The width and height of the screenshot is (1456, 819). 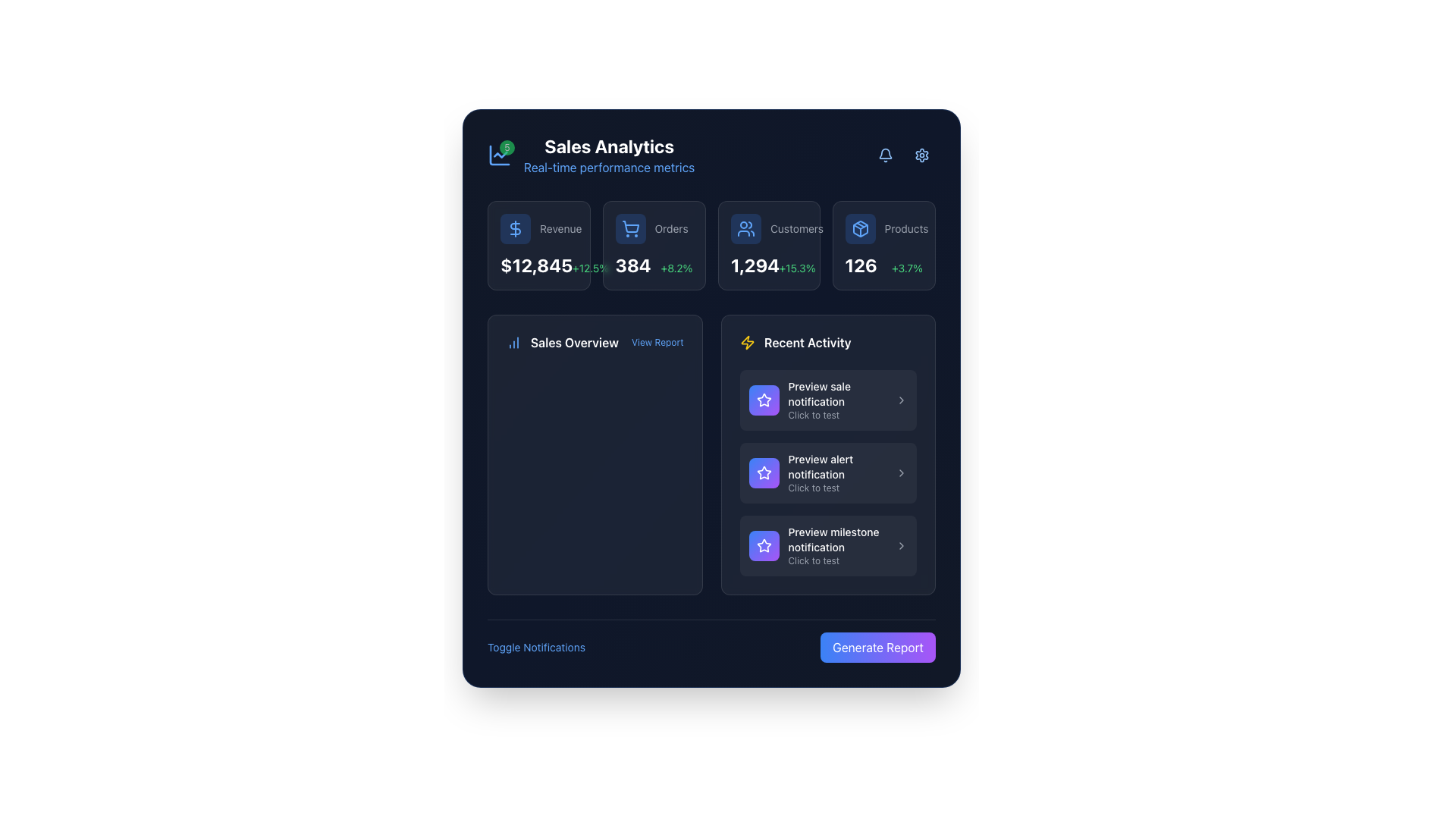 I want to click on the text label indicating percentage change or growth next to '1,294' in the 'Customers' card located in the top row of performance metrics, so click(x=796, y=268).